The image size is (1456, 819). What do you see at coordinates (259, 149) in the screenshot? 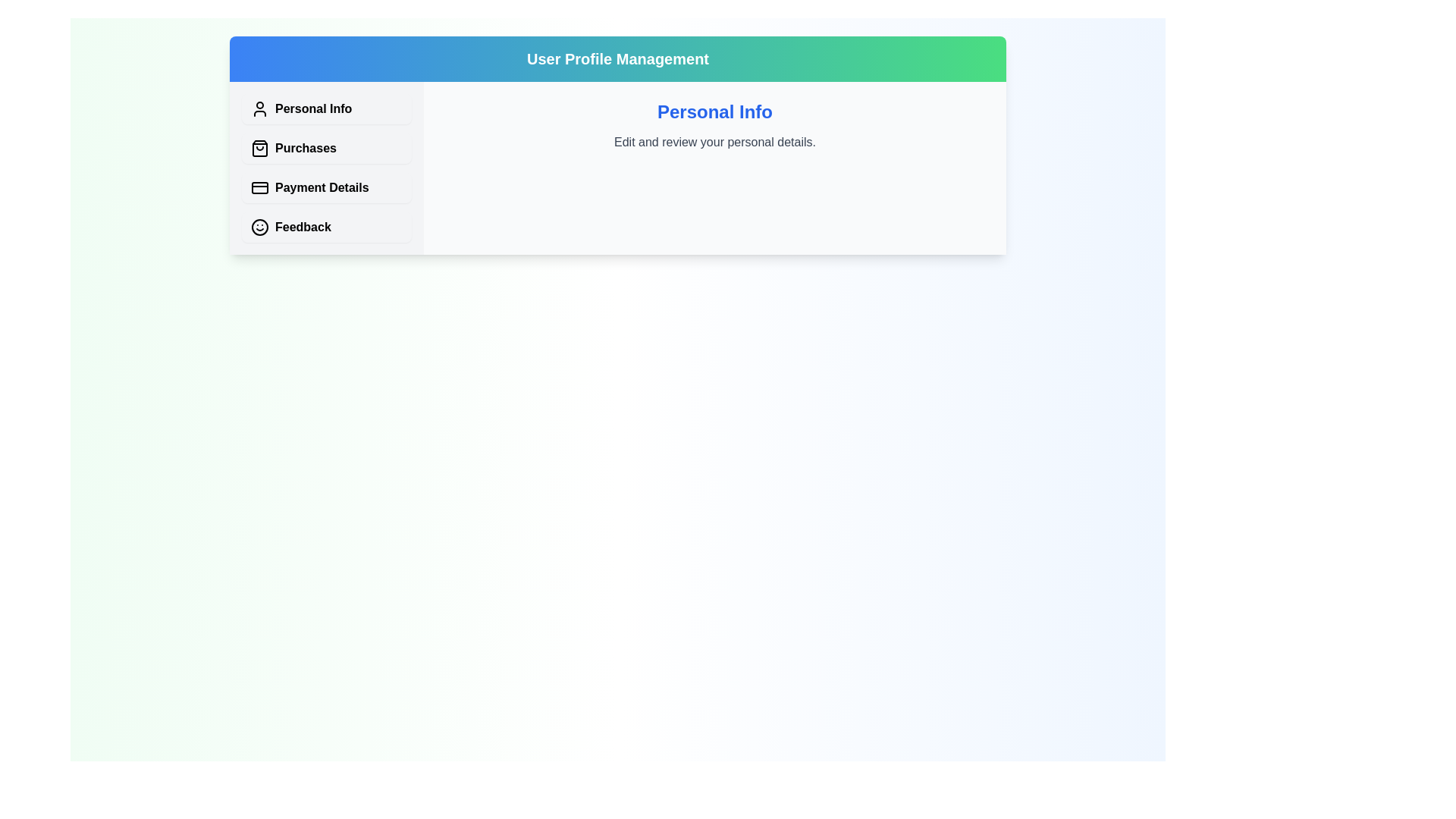
I see `the icon for the Purchases tab` at bounding box center [259, 149].